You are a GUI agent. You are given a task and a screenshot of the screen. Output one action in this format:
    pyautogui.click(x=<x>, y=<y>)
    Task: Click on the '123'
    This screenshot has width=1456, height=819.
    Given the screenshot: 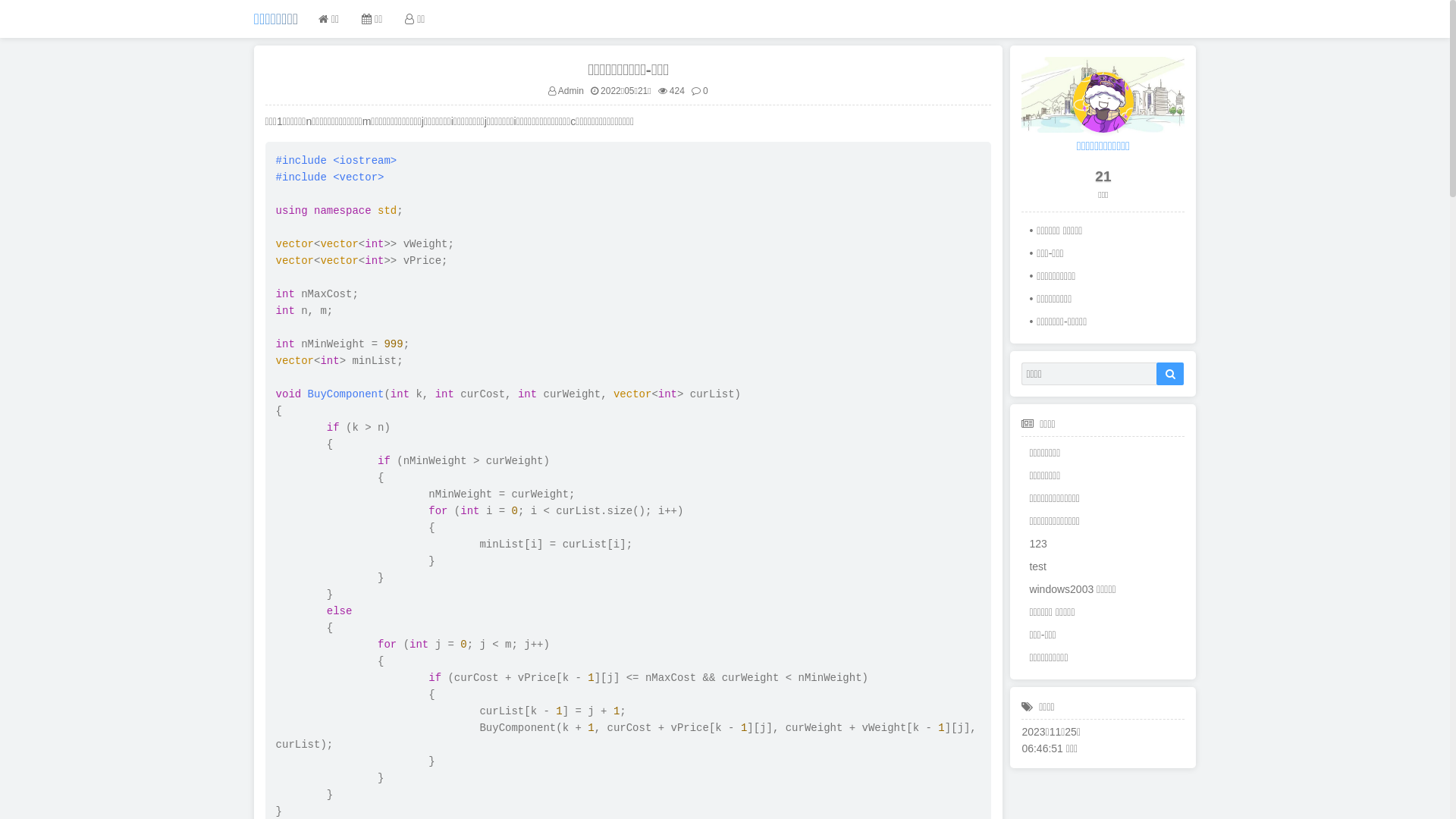 What is the action you would take?
    pyautogui.click(x=1105, y=542)
    